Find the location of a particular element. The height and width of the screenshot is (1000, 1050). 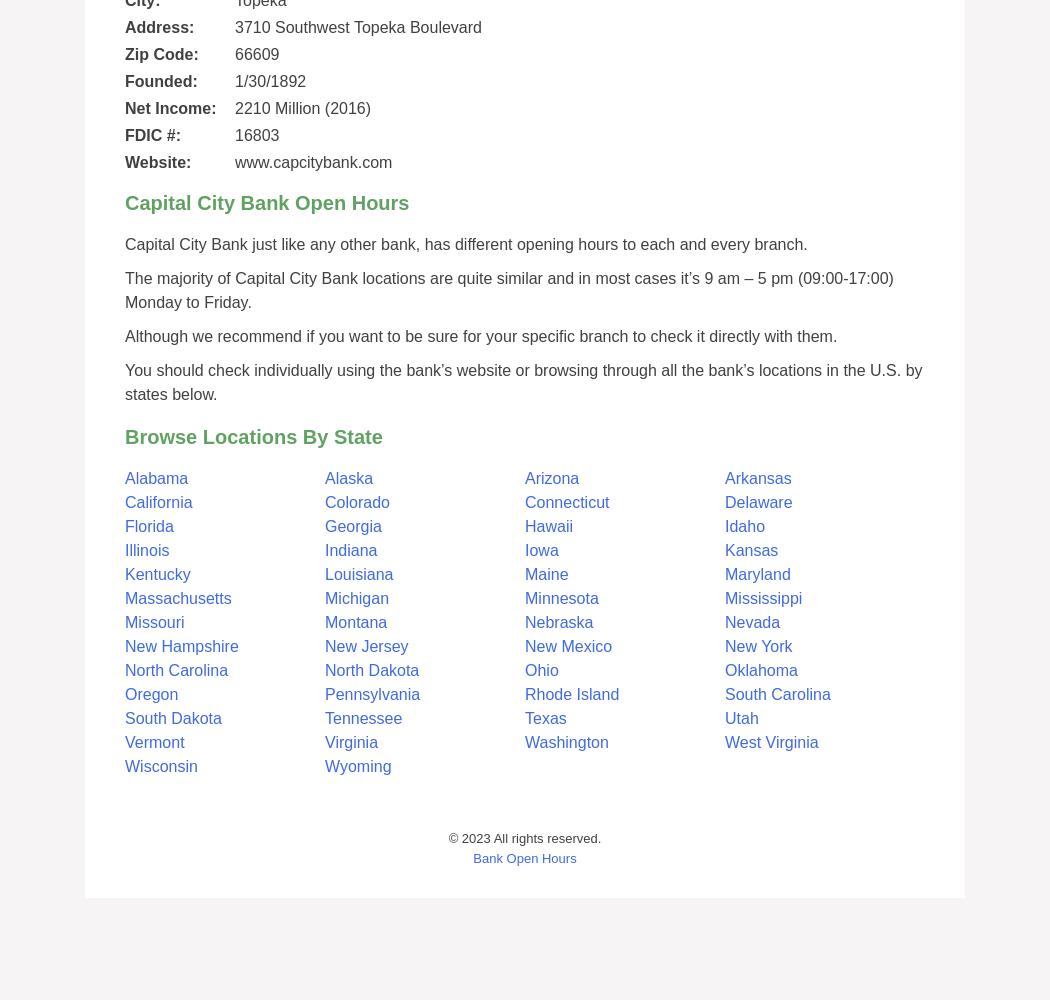

'Address:' is located at coordinates (159, 27).